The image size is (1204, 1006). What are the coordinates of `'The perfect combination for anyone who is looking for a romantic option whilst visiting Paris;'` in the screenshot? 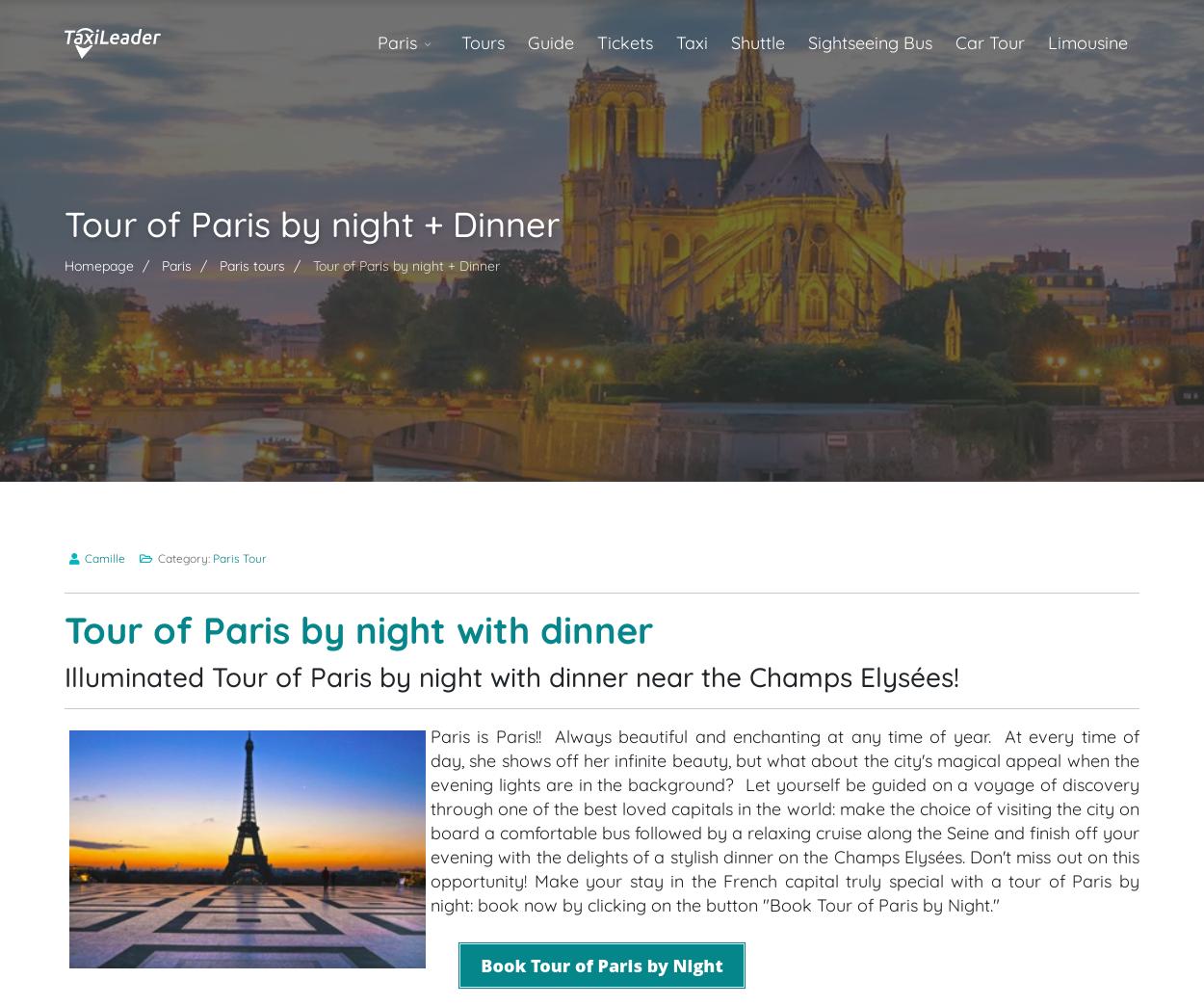 It's located at (461, 75).